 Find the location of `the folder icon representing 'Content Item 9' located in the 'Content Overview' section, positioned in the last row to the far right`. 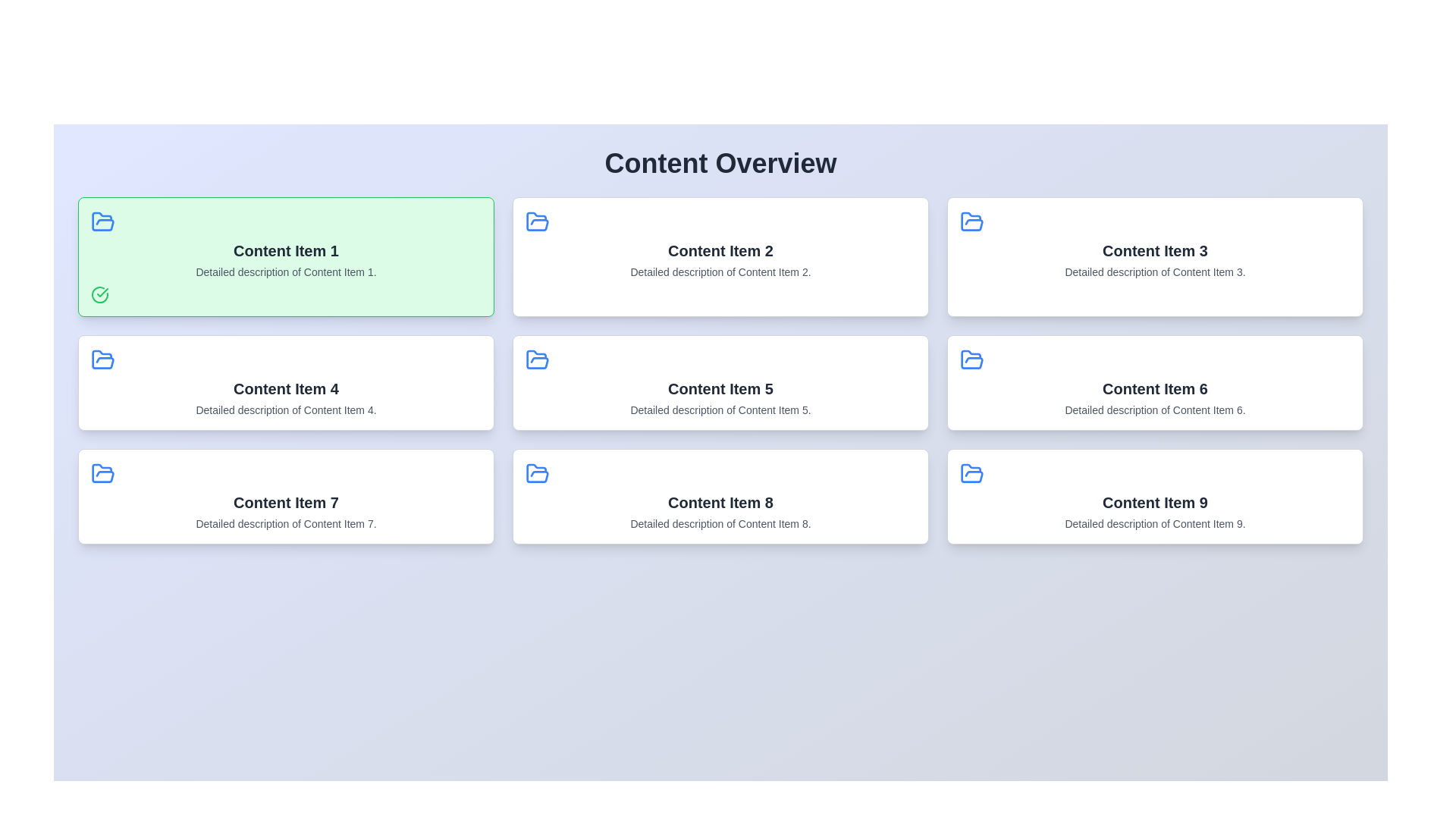

the folder icon representing 'Content Item 9' located in the 'Content Overview' section, positioned in the last row to the far right is located at coordinates (971, 472).